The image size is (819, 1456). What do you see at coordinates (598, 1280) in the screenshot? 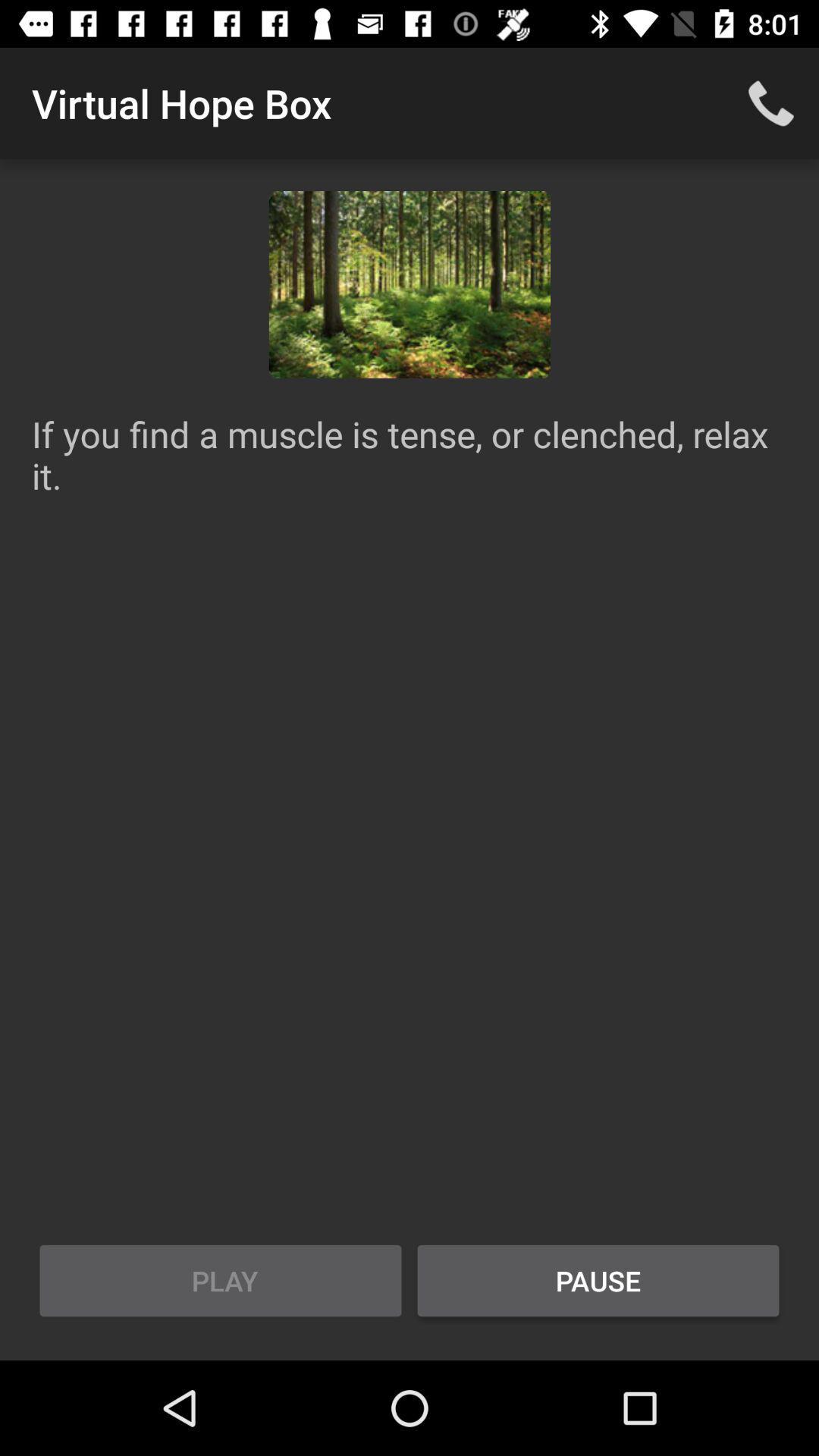
I see `the item to the right of play item` at bounding box center [598, 1280].